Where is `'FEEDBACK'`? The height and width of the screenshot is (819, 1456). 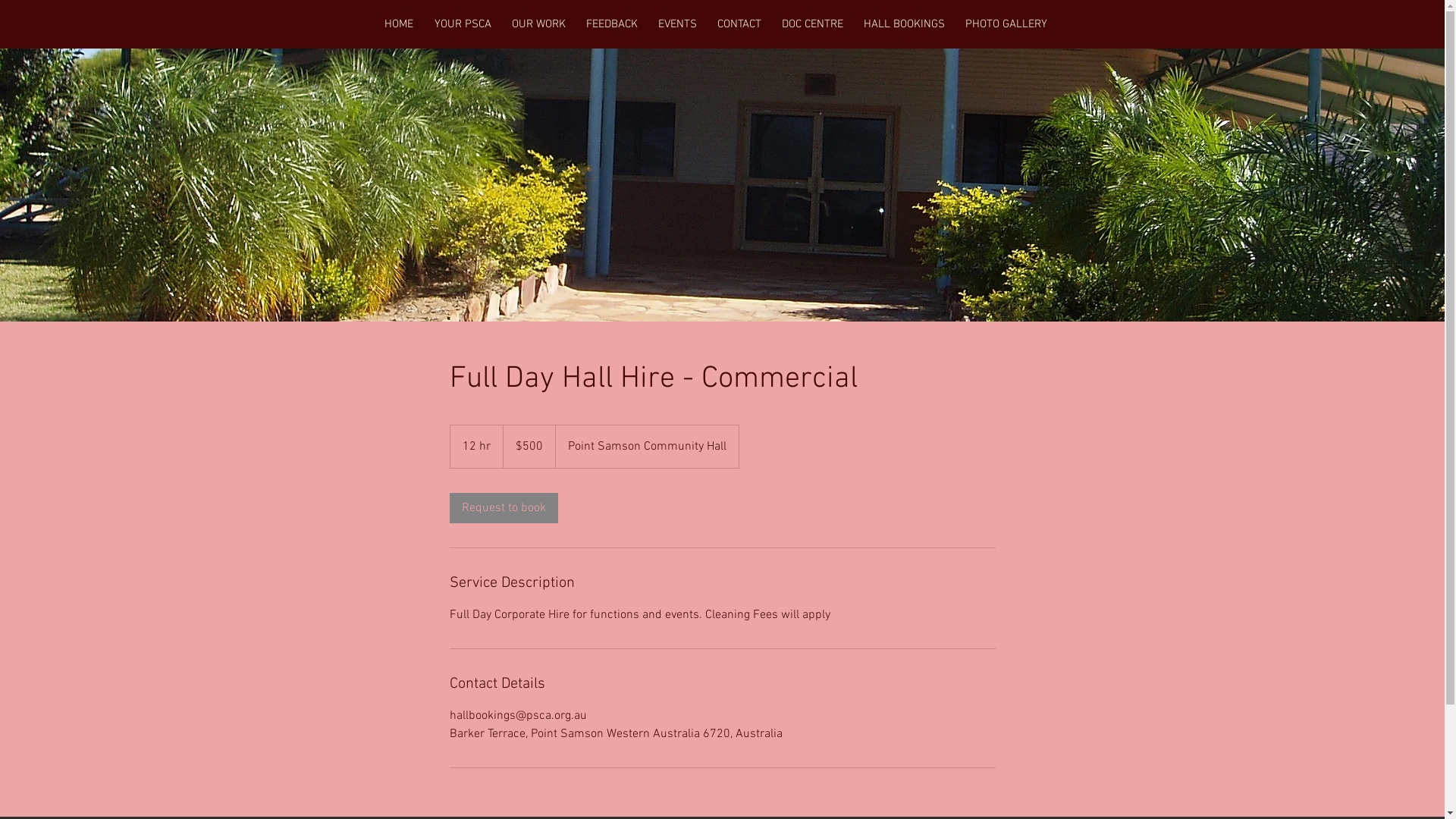
'FEEDBACK' is located at coordinates (612, 24).